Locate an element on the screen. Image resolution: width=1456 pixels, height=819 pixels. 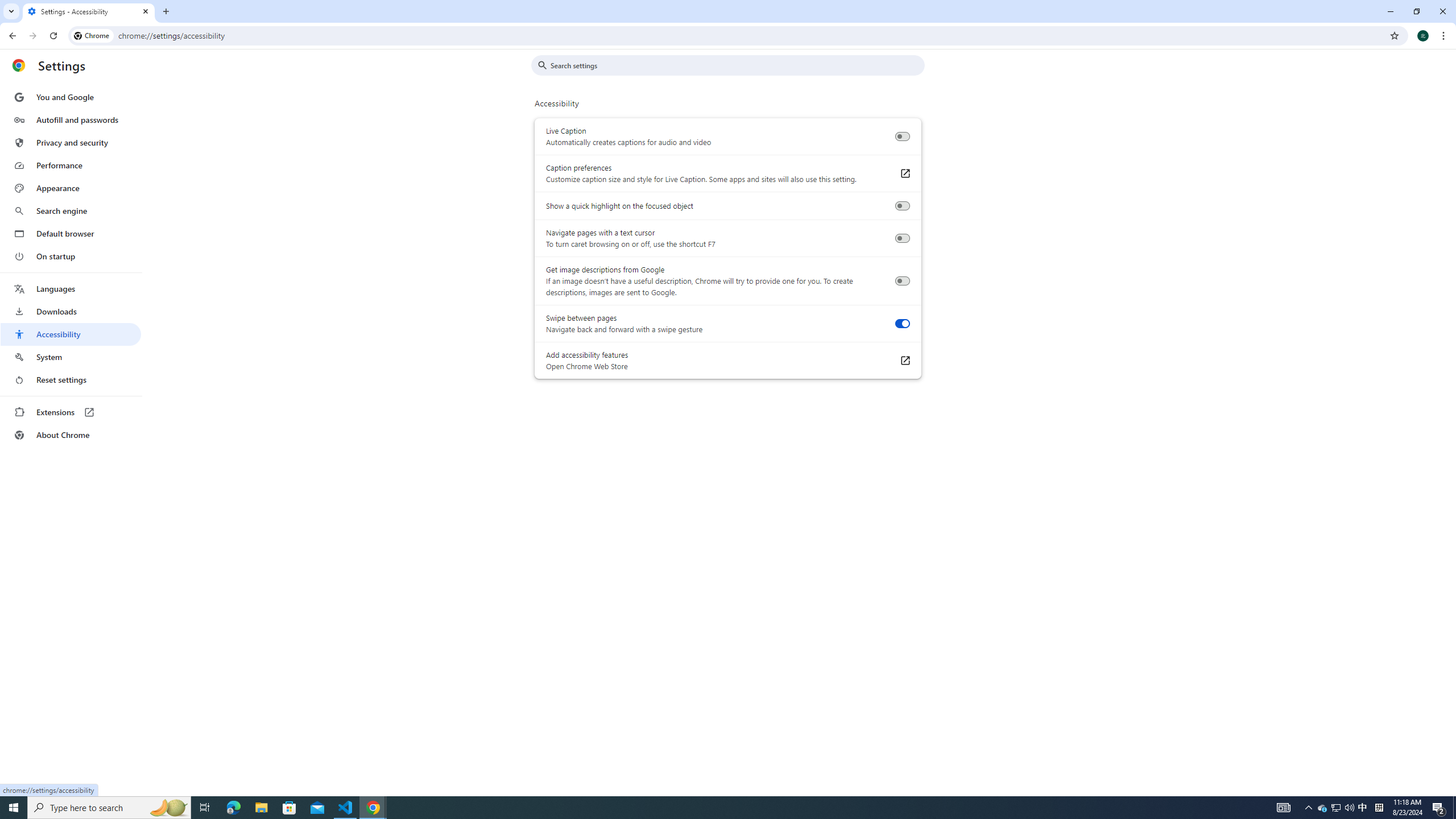
'Swipe between pages' is located at coordinates (901, 323).